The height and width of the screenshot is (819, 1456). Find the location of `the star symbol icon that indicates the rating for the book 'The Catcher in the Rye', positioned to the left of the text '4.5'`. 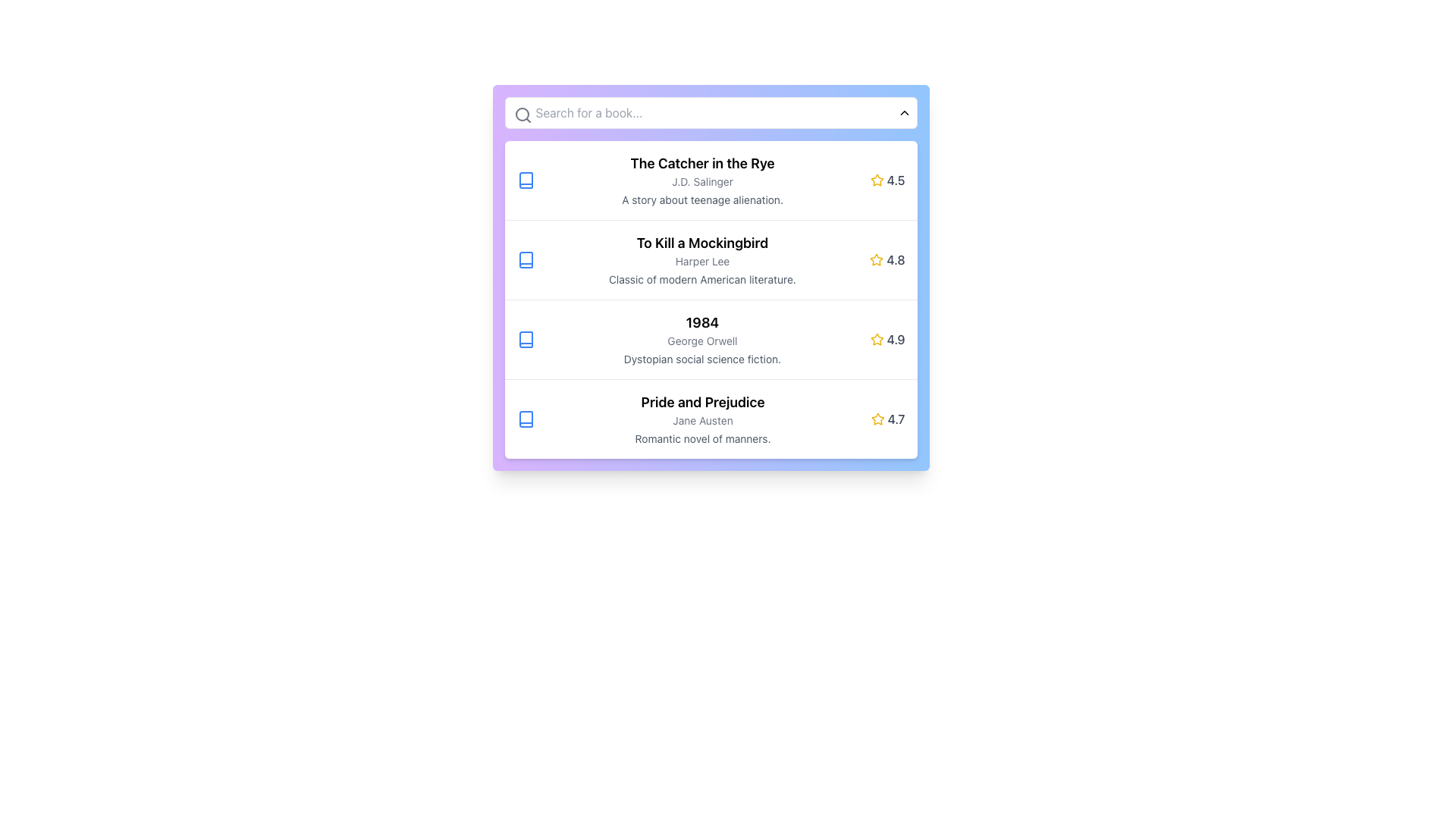

the star symbol icon that indicates the rating for the book 'The Catcher in the Rye', positioned to the left of the text '4.5' is located at coordinates (877, 180).